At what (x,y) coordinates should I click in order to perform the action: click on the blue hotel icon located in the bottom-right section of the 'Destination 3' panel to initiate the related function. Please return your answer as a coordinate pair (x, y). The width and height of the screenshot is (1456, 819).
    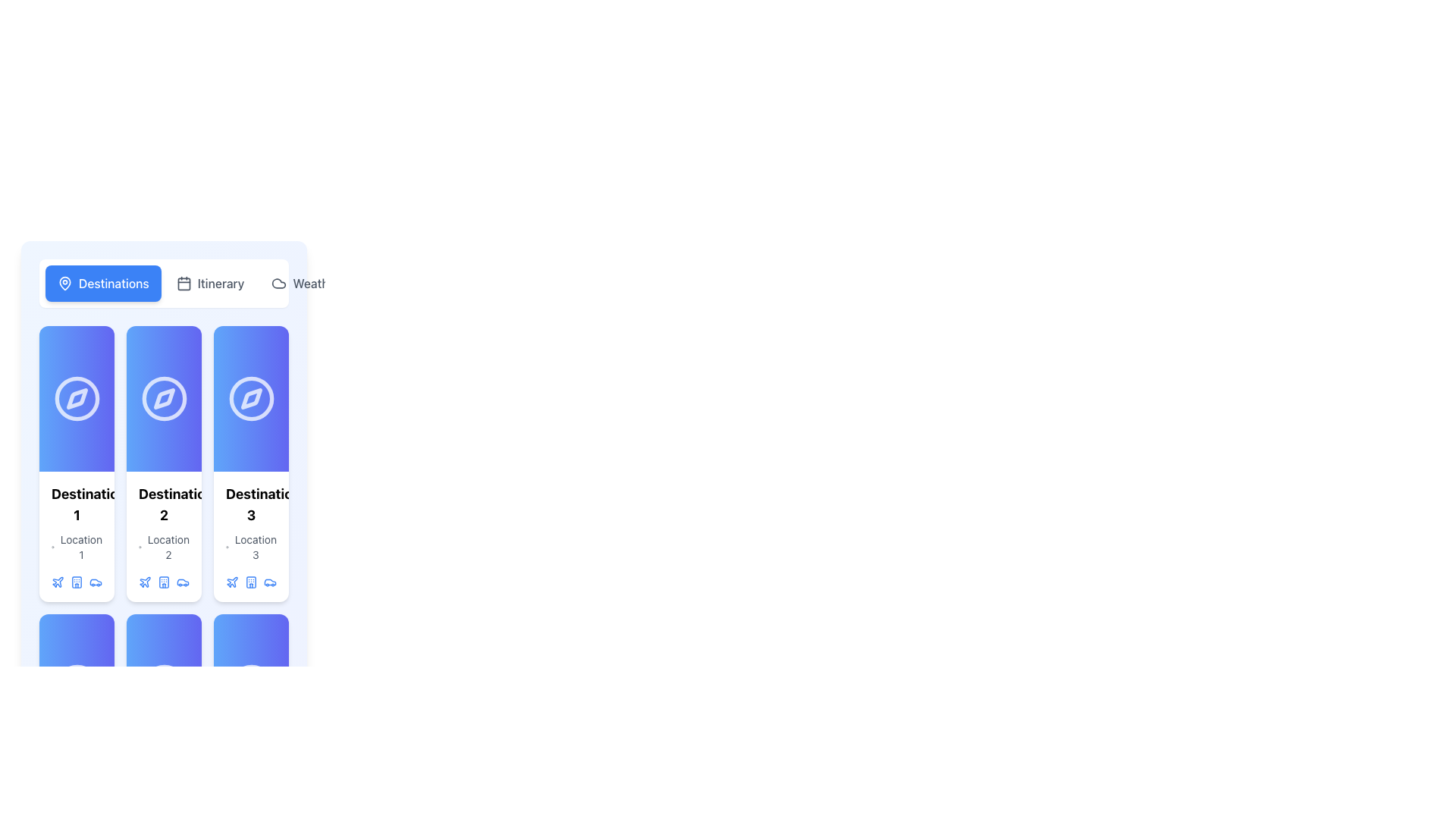
    Looking at the image, I should click on (251, 581).